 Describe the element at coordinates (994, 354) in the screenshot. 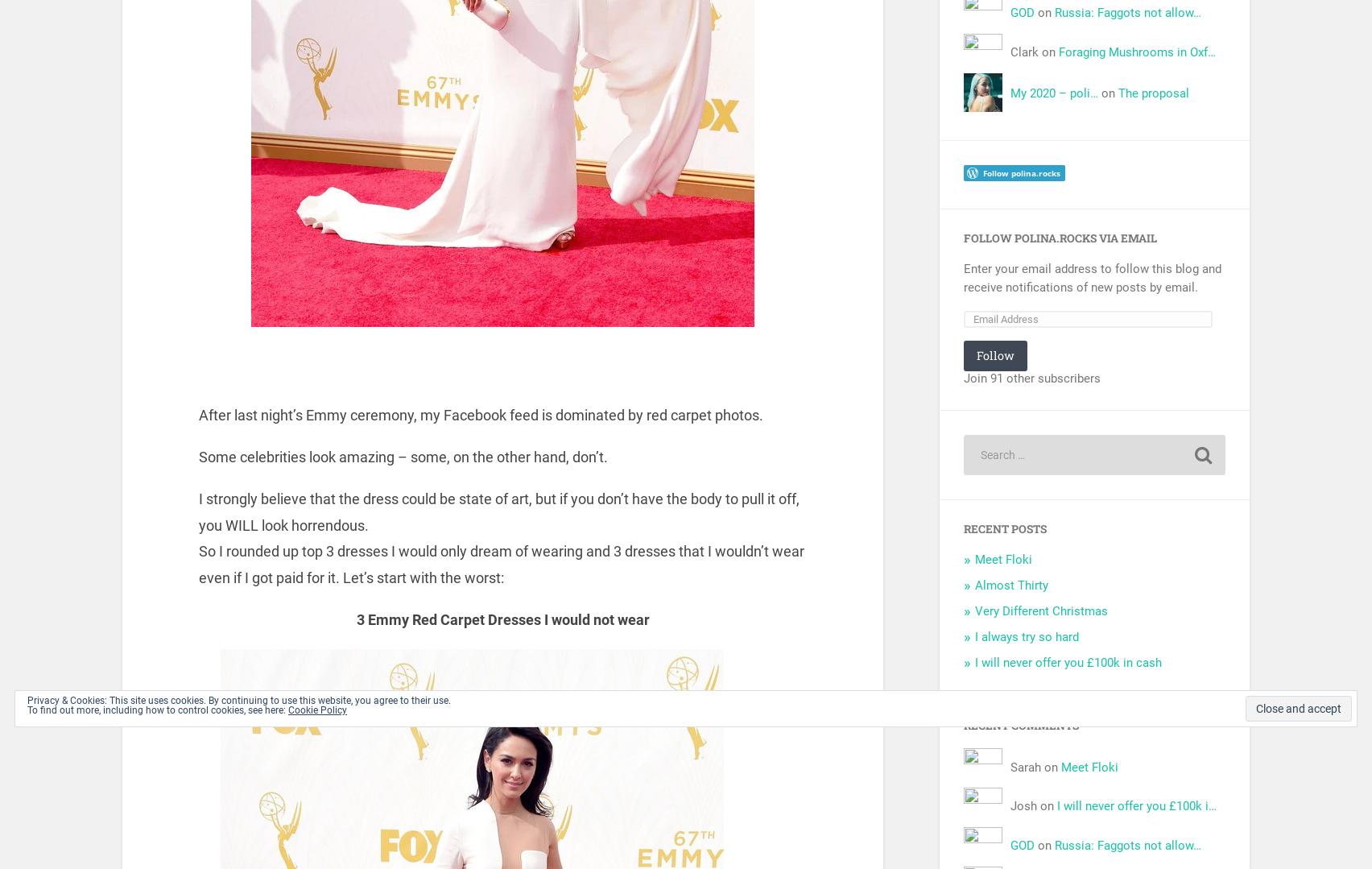

I see `'Follow'` at that location.